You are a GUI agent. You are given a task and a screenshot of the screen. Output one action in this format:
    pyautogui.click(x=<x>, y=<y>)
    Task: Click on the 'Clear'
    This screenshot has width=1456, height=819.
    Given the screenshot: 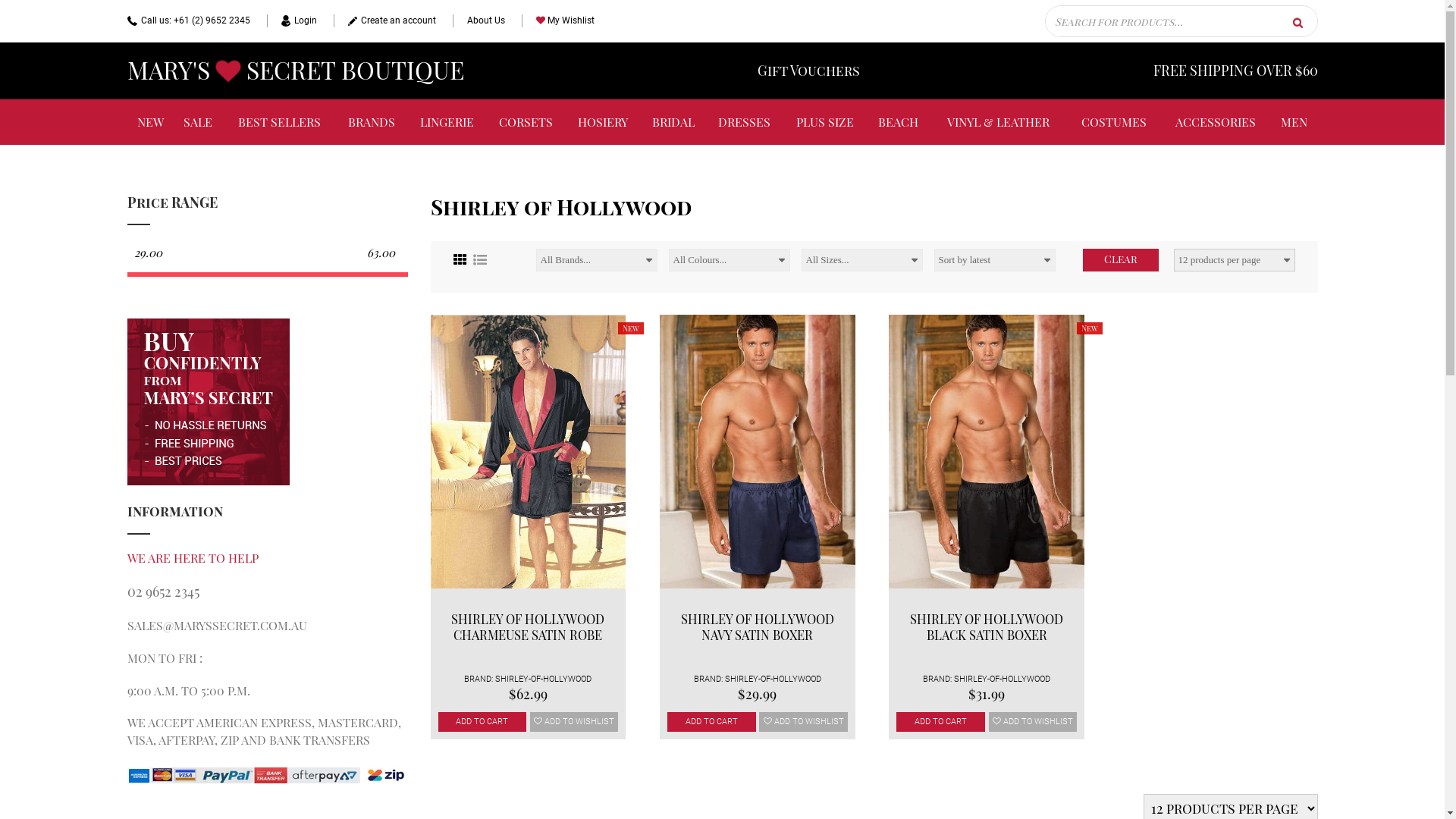 What is the action you would take?
    pyautogui.click(x=1121, y=259)
    